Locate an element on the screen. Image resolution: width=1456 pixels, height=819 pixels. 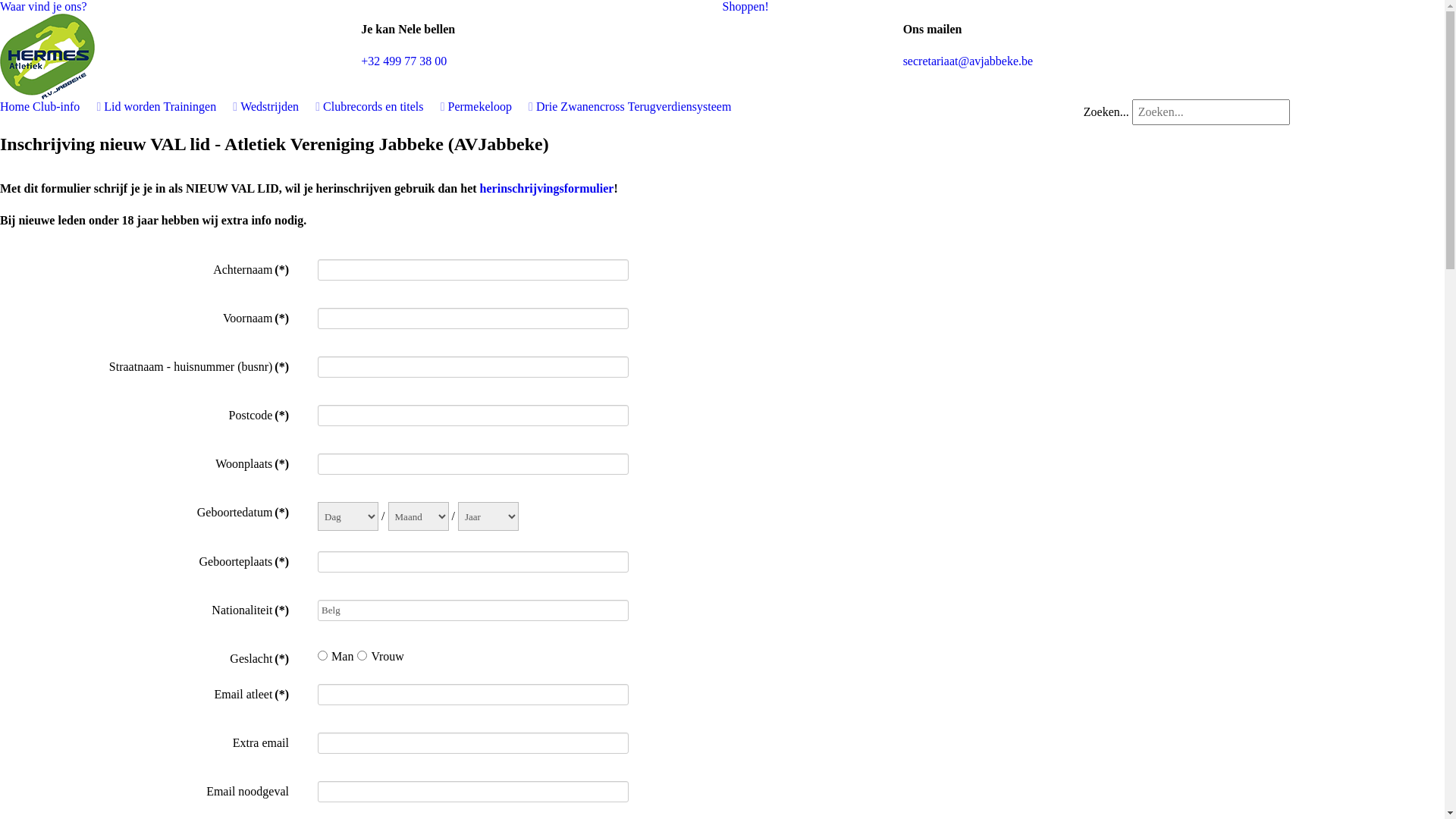
'Wedstrijden' is located at coordinates (239, 105).